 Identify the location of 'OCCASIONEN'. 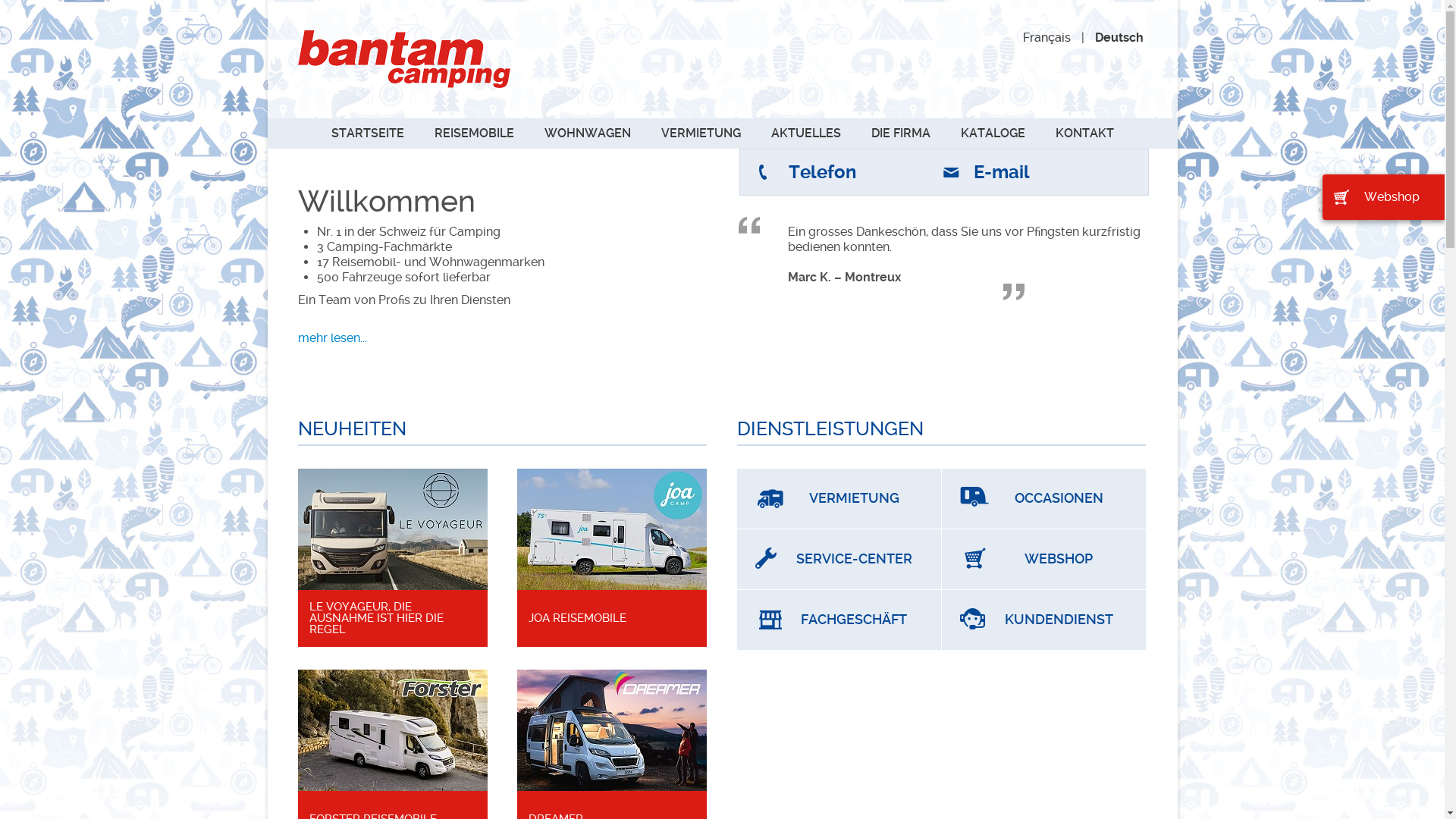
(1043, 498).